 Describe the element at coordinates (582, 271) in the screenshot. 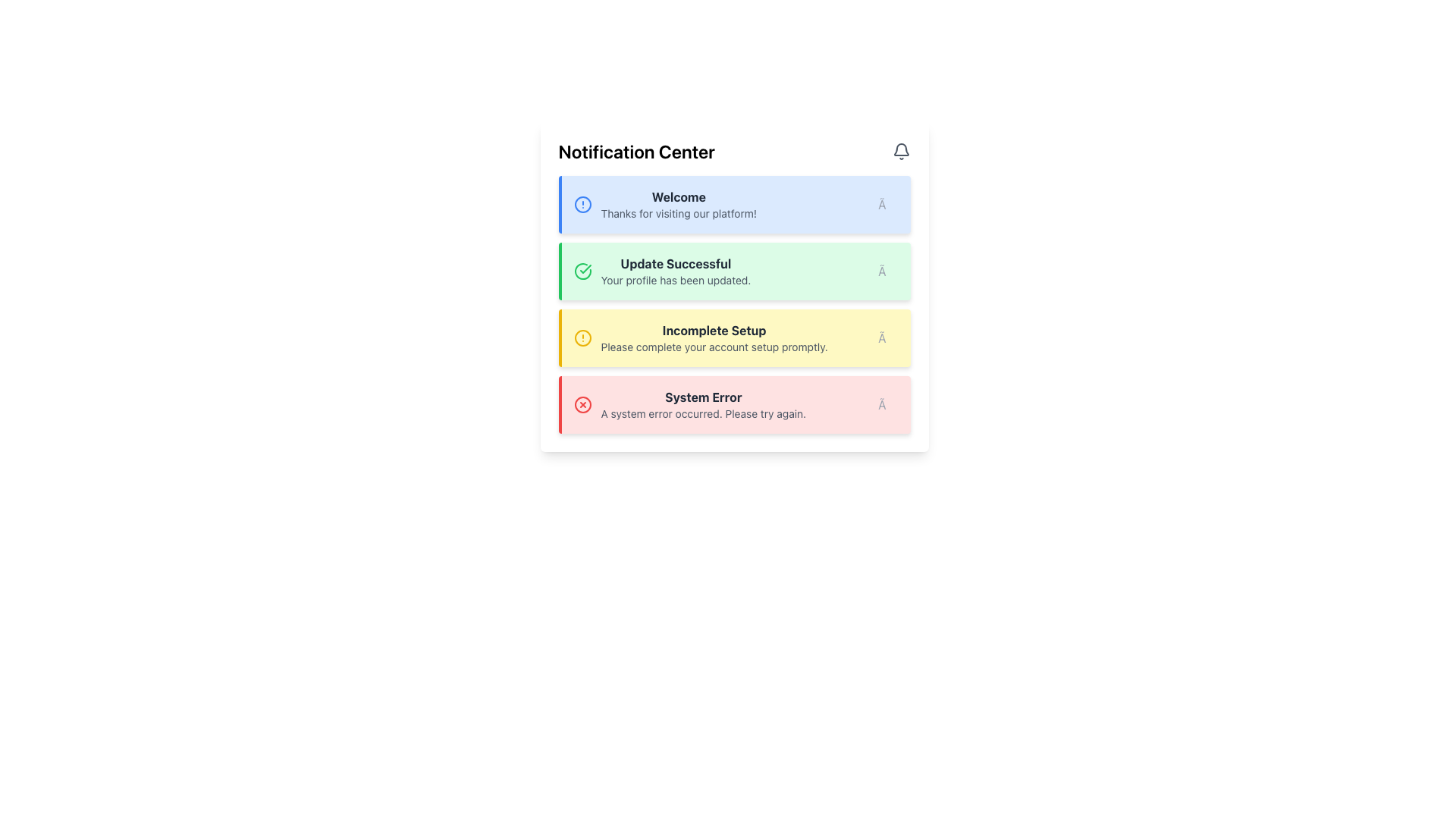

I see `significance of the upper segment of the circular checkmark icon, which visually conveys success or confirmation within the 'Update Successful' notification card` at that location.